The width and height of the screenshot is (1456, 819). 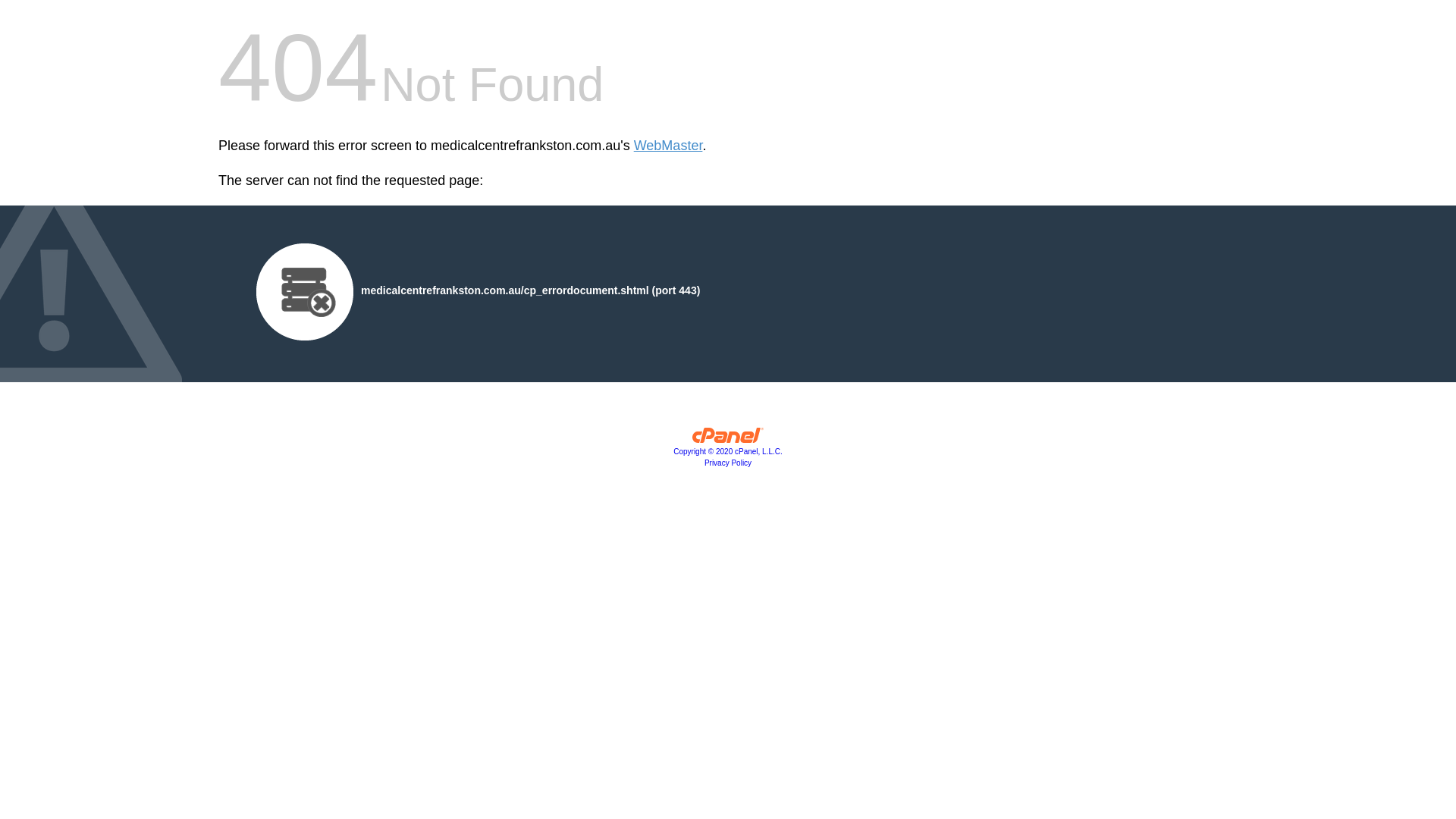 What do you see at coordinates (728, 462) in the screenshot?
I see `'Privacy Policy'` at bounding box center [728, 462].